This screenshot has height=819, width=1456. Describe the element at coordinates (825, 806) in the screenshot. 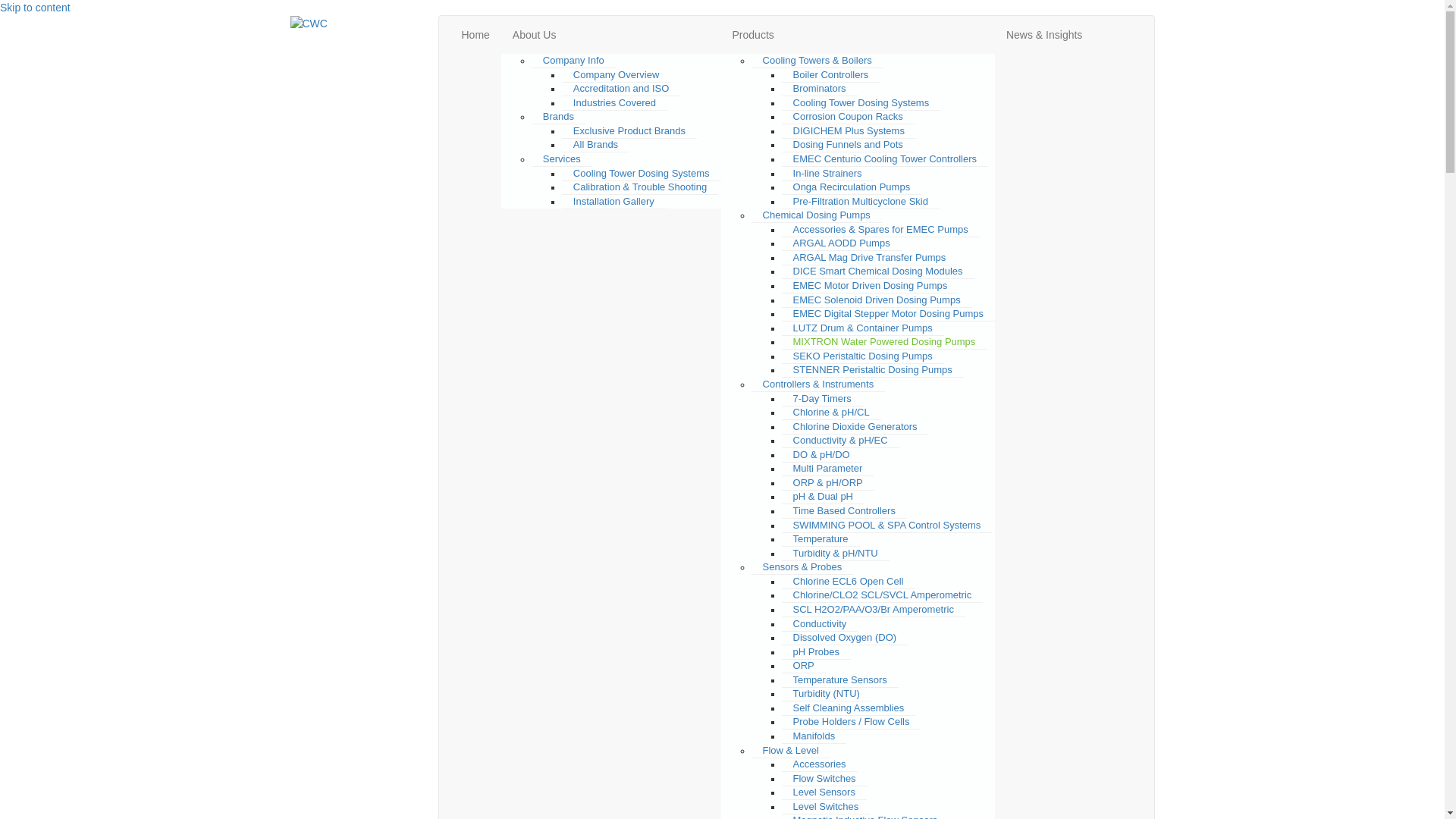

I see `'Level Switches'` at that location.